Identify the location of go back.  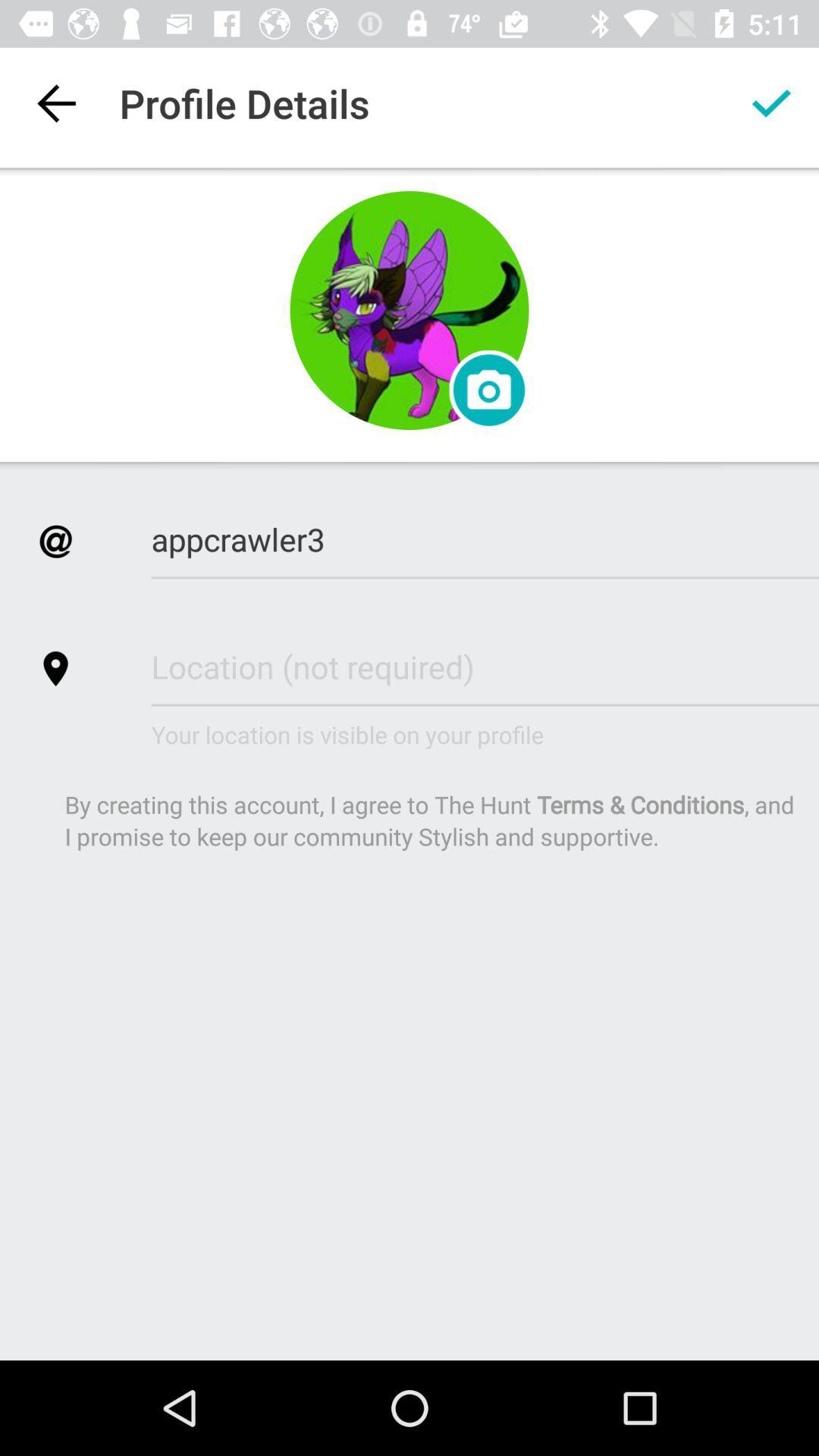
(55, 102).